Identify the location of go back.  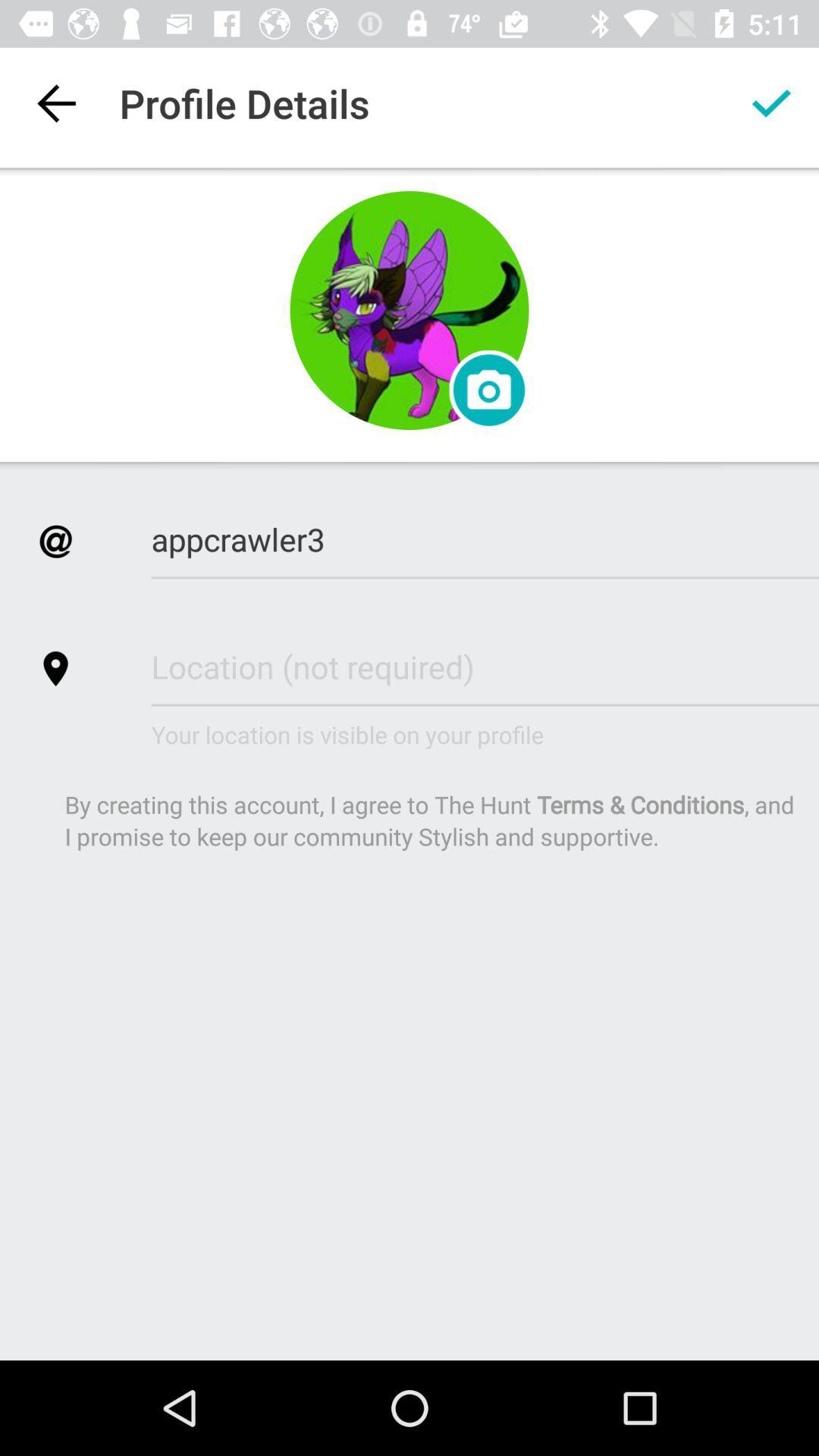
(55, 102).